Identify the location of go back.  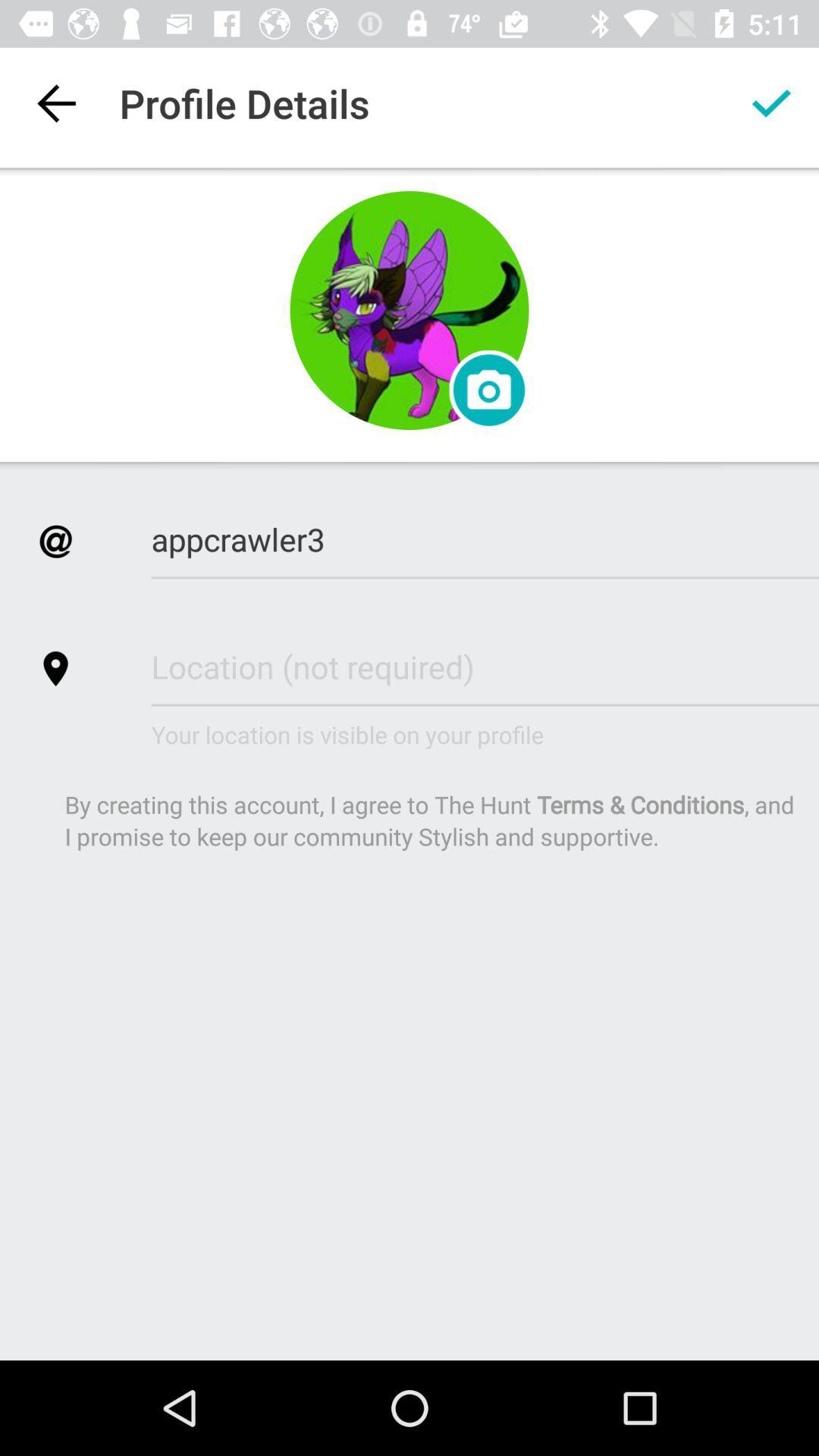
(55, 102).